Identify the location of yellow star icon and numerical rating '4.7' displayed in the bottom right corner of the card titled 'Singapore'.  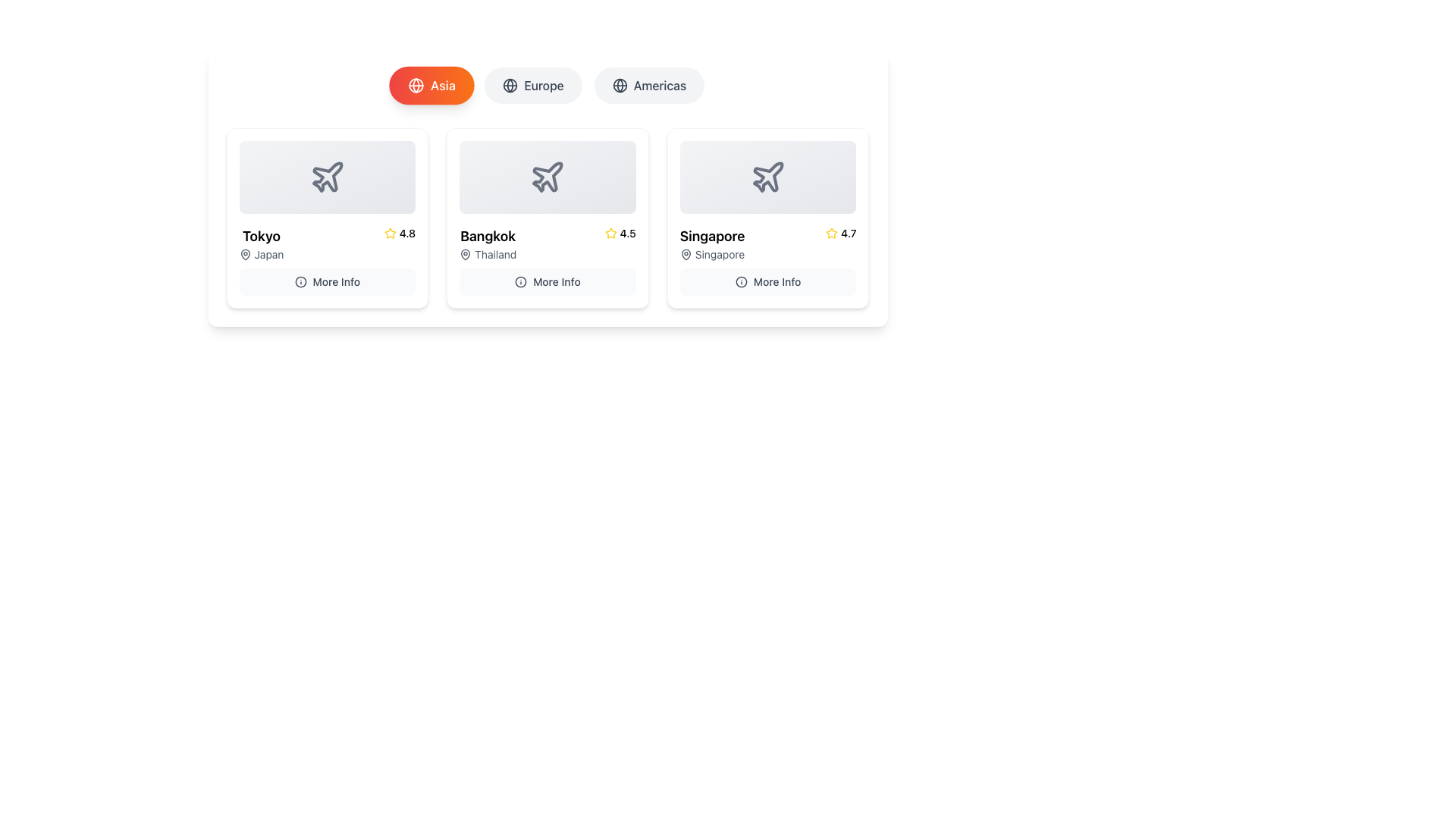
(840, 234).